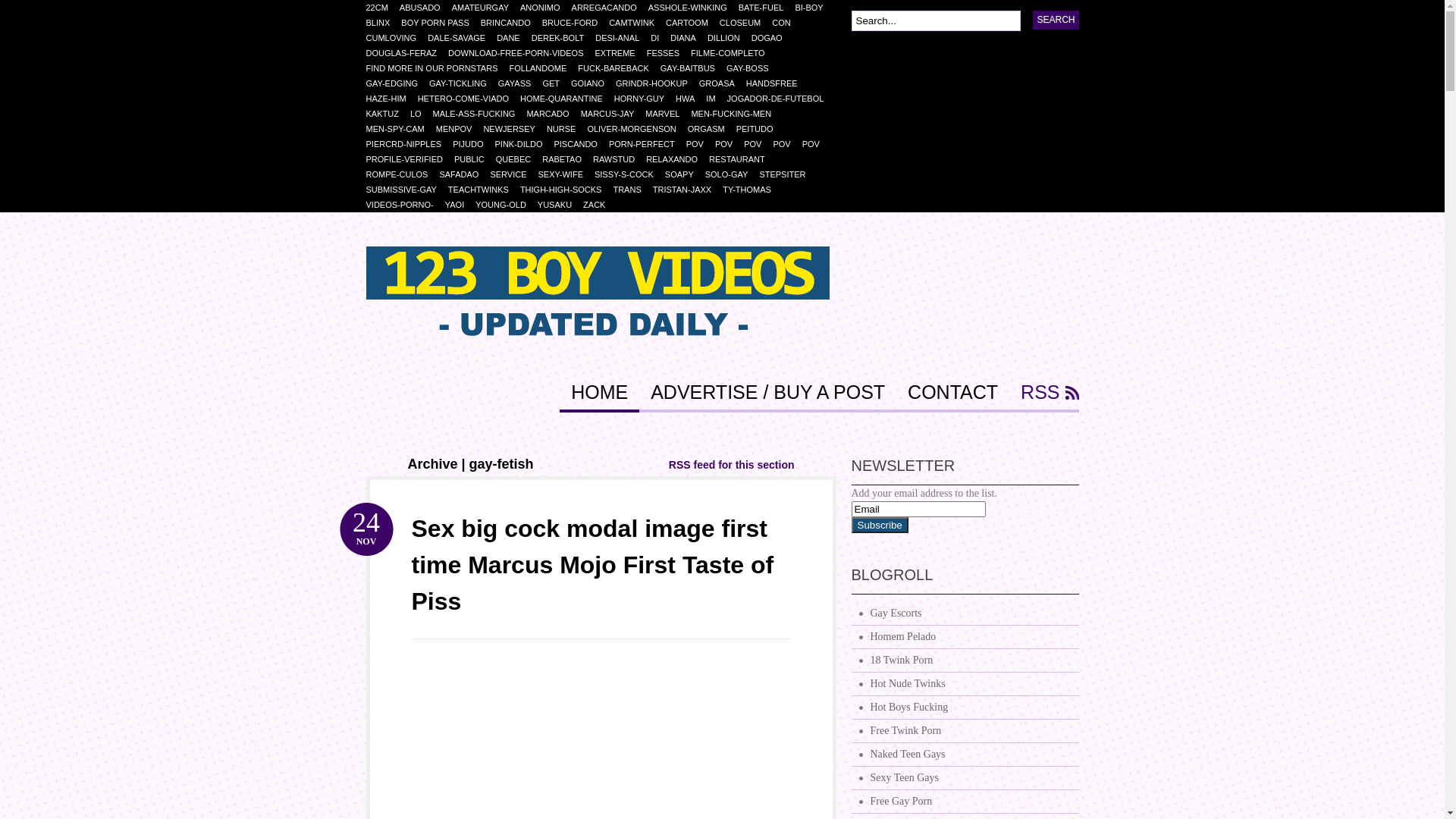  What do you see at coordinates (729, 143) in the screenshot?
I see `'POV'` at bounding box center [729, 143].